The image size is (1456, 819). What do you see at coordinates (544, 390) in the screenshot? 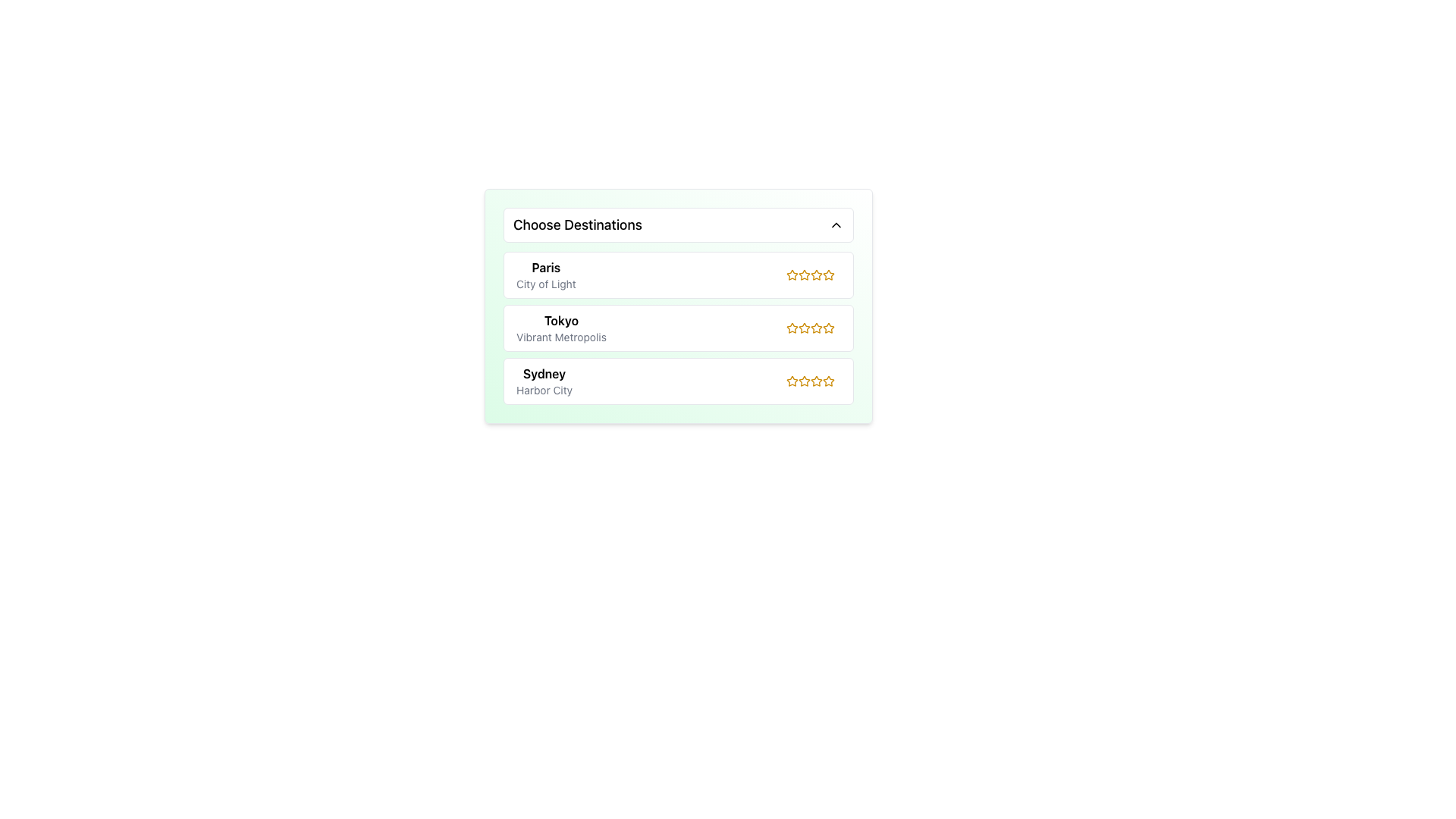
I see `the static text label providing additional context about 'Sydney', which is positioned under the main text 'Sydney' within the destination card` at bounding box center [544, 390].